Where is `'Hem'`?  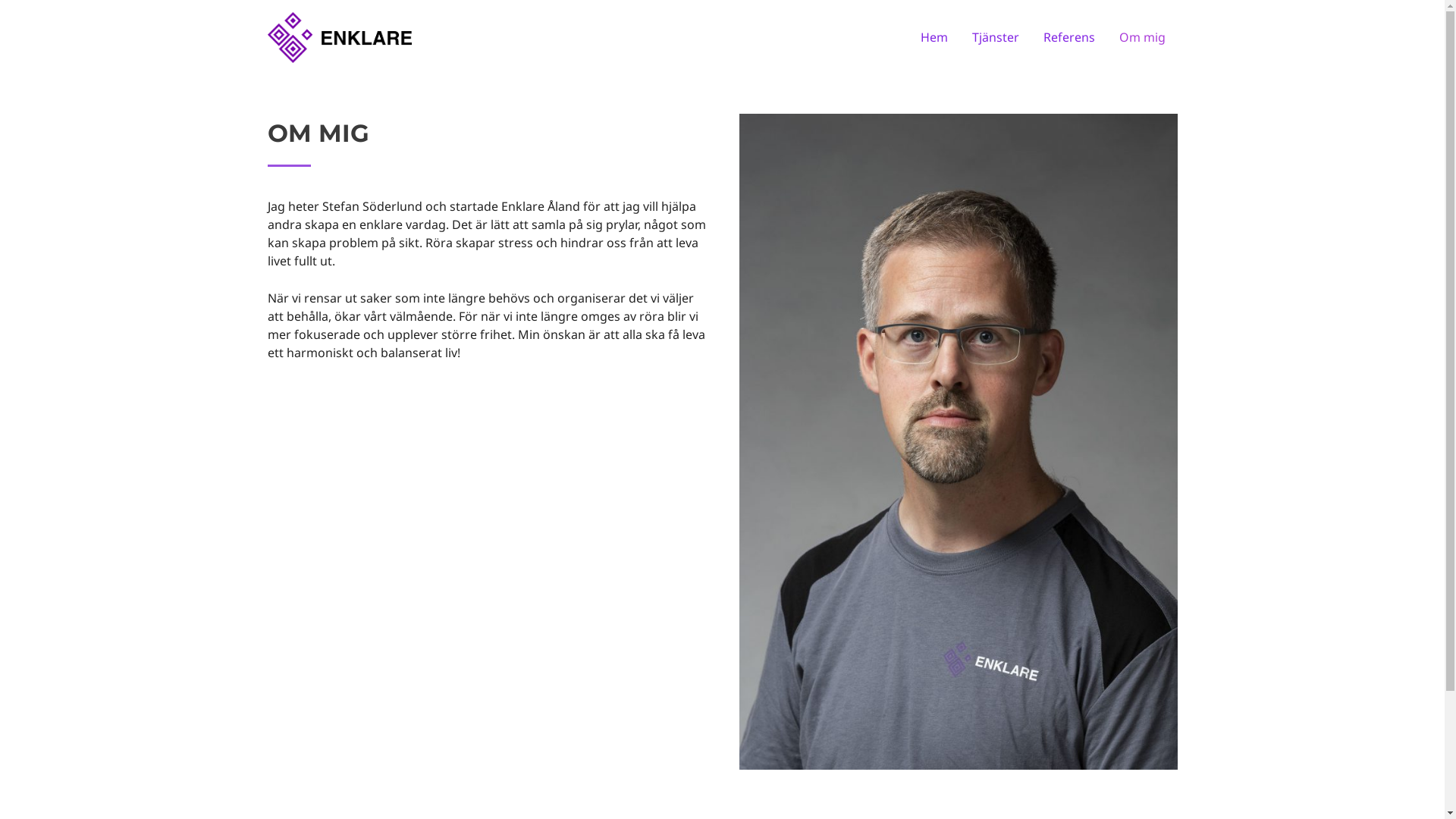
'Hem' is located at coordinates (934, 36).